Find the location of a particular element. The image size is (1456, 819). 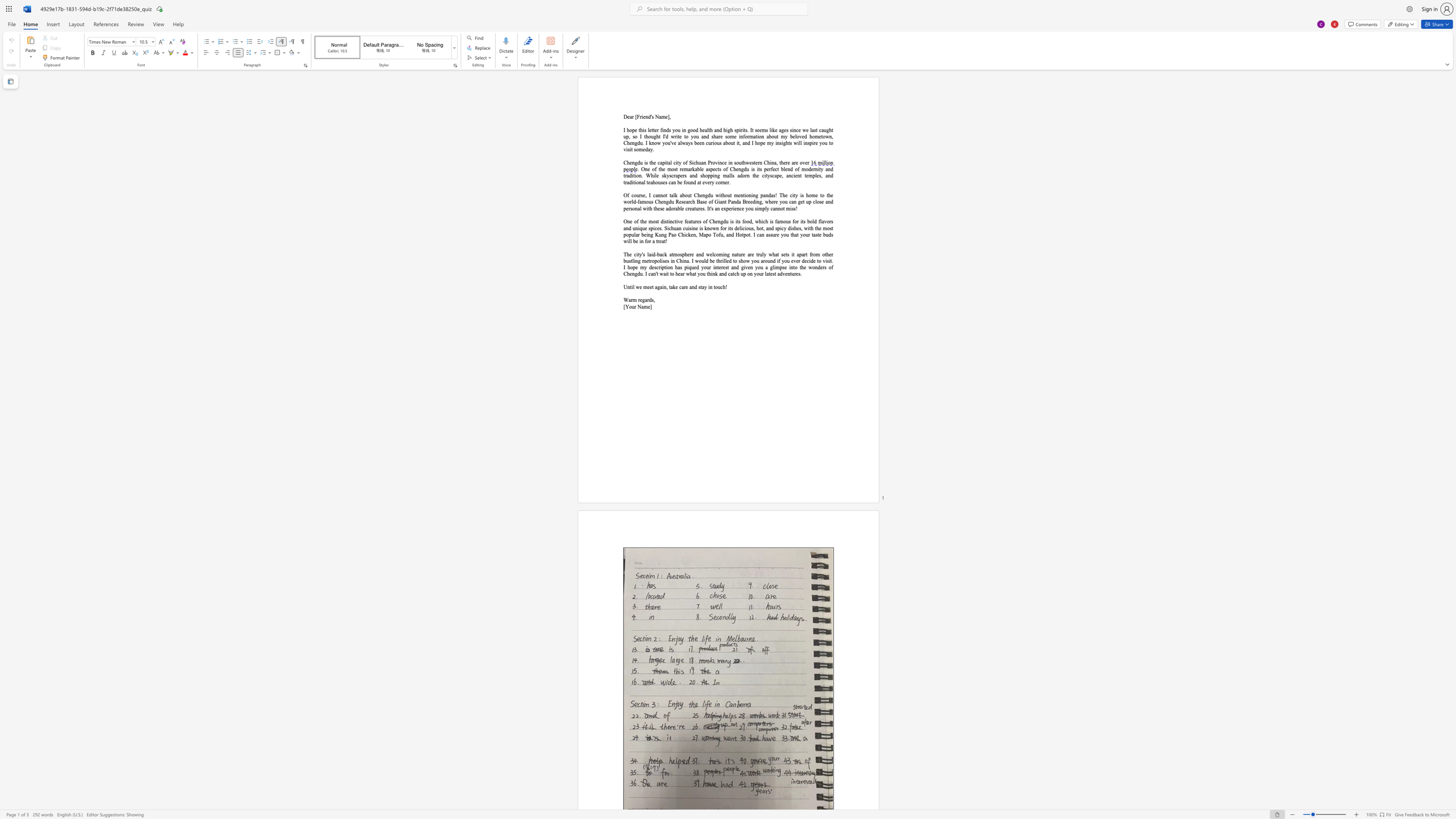

the space between the continuous character "s" and "." in the text is located at coordinates (747, 129).